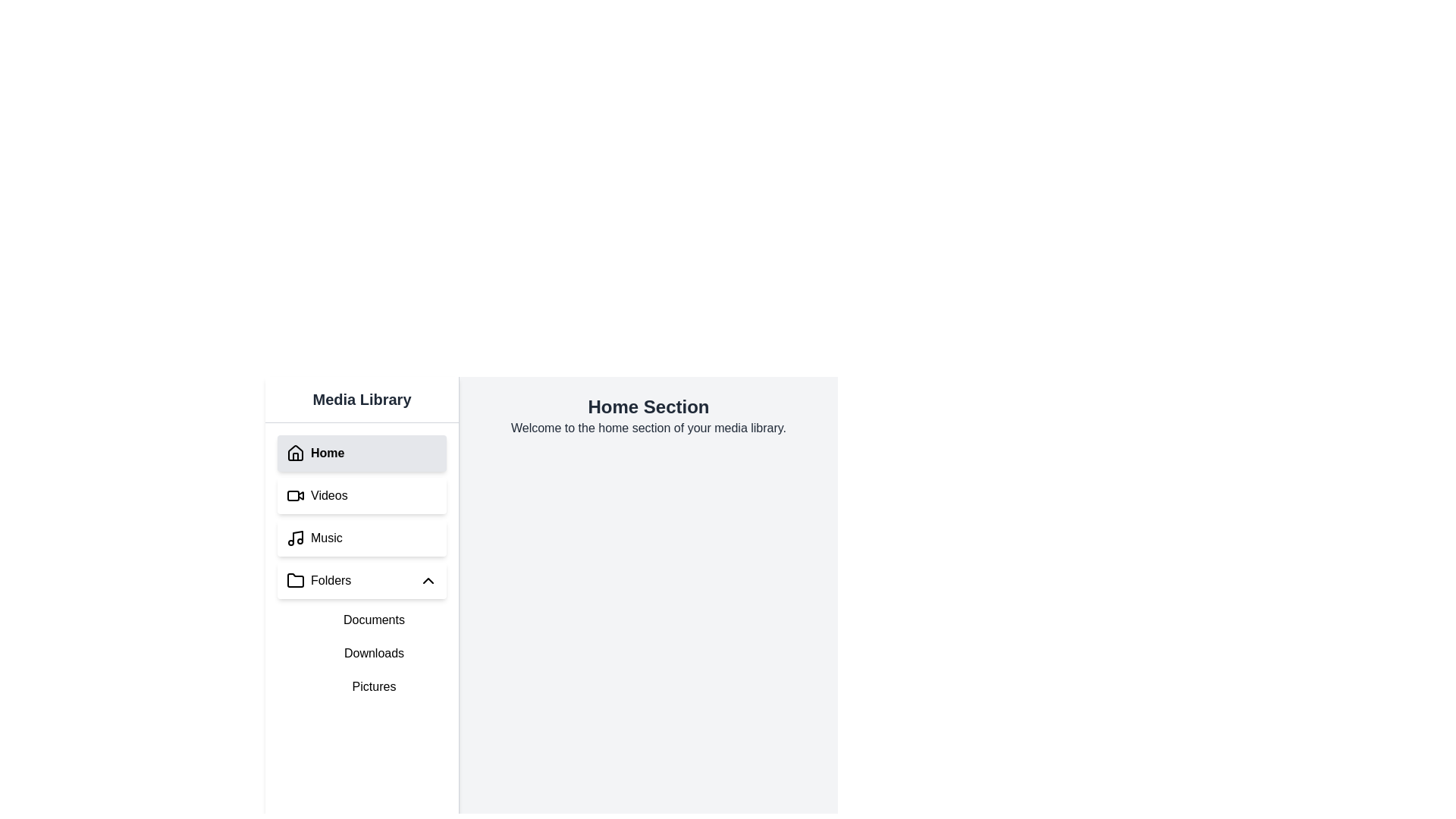  I want to click on the house-shaped icon in the 'Media Library' sidebar, so click(295, 452).